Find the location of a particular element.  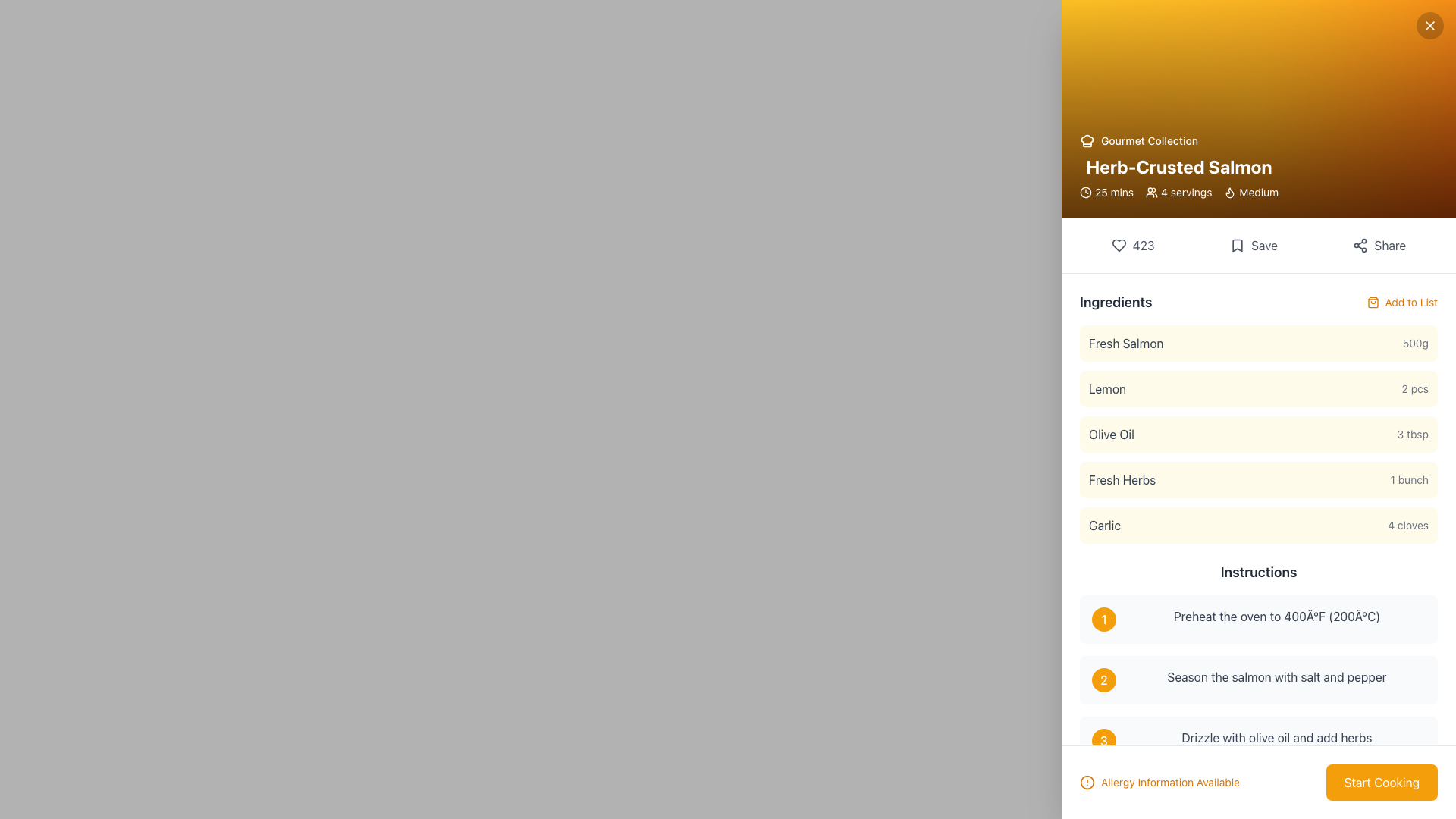

the text label displaying the ingredient 'Garlic', which is part of a list of ingredients and positioned next to '4 cloves' is located at coordinates (1104, 525).